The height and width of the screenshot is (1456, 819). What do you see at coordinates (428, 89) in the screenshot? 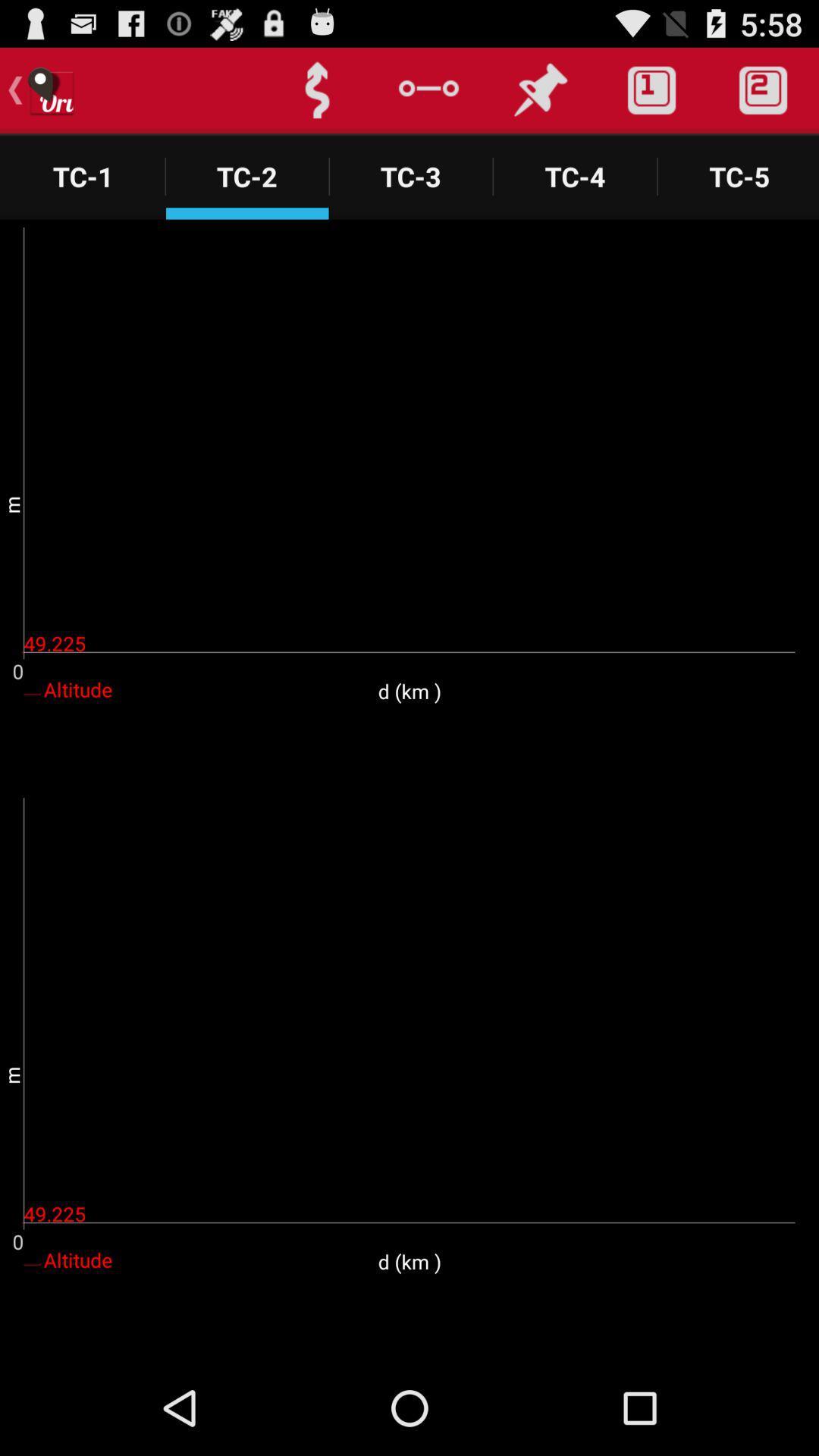
I see `app above the tc-3 item` at bounding box center [428, 89].